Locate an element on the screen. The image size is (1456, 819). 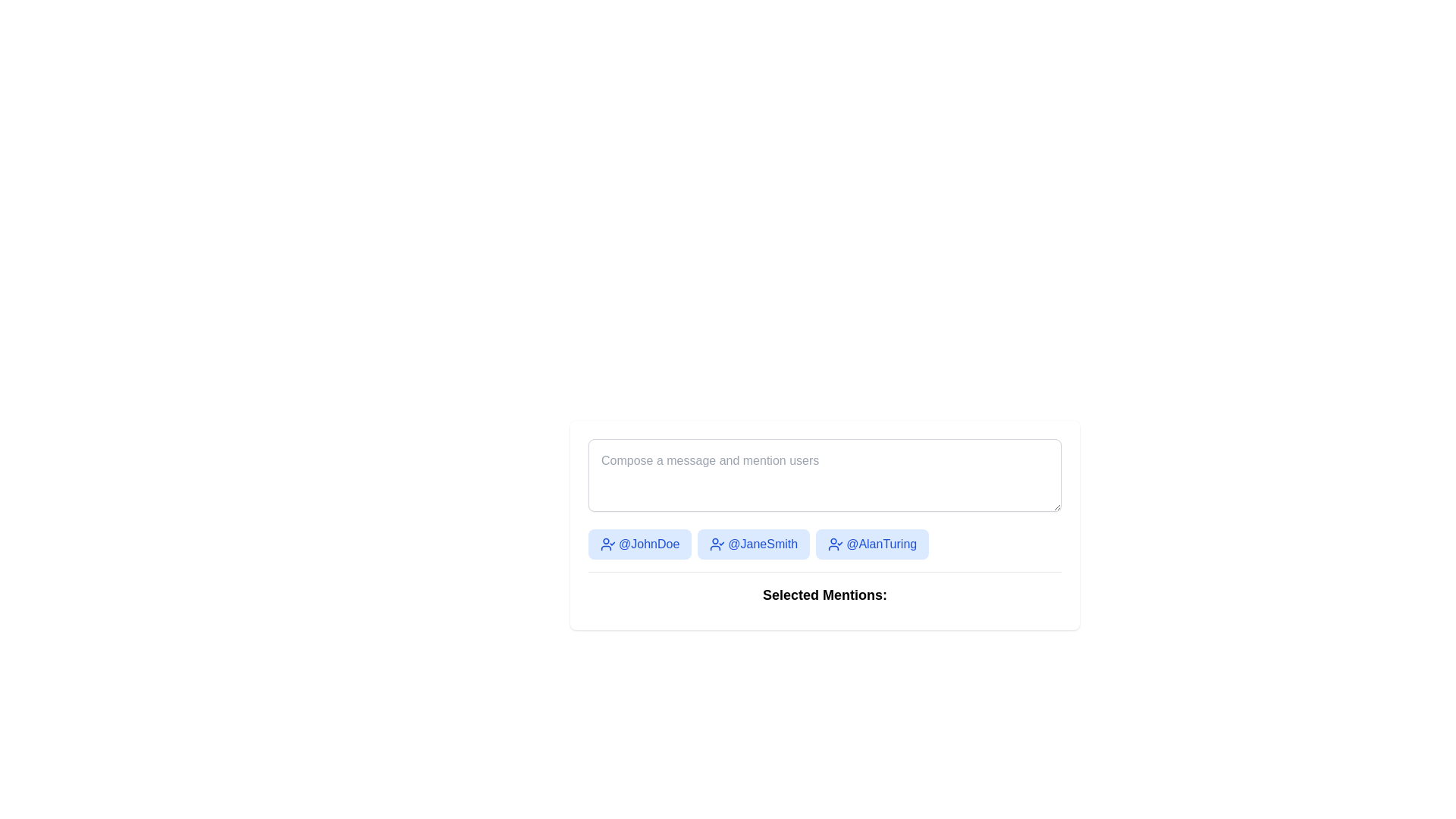
to select the user mention chip for '@JohnDoe', which is the first element in a horizontal list of user mentions is located at coordinates (640, 543).